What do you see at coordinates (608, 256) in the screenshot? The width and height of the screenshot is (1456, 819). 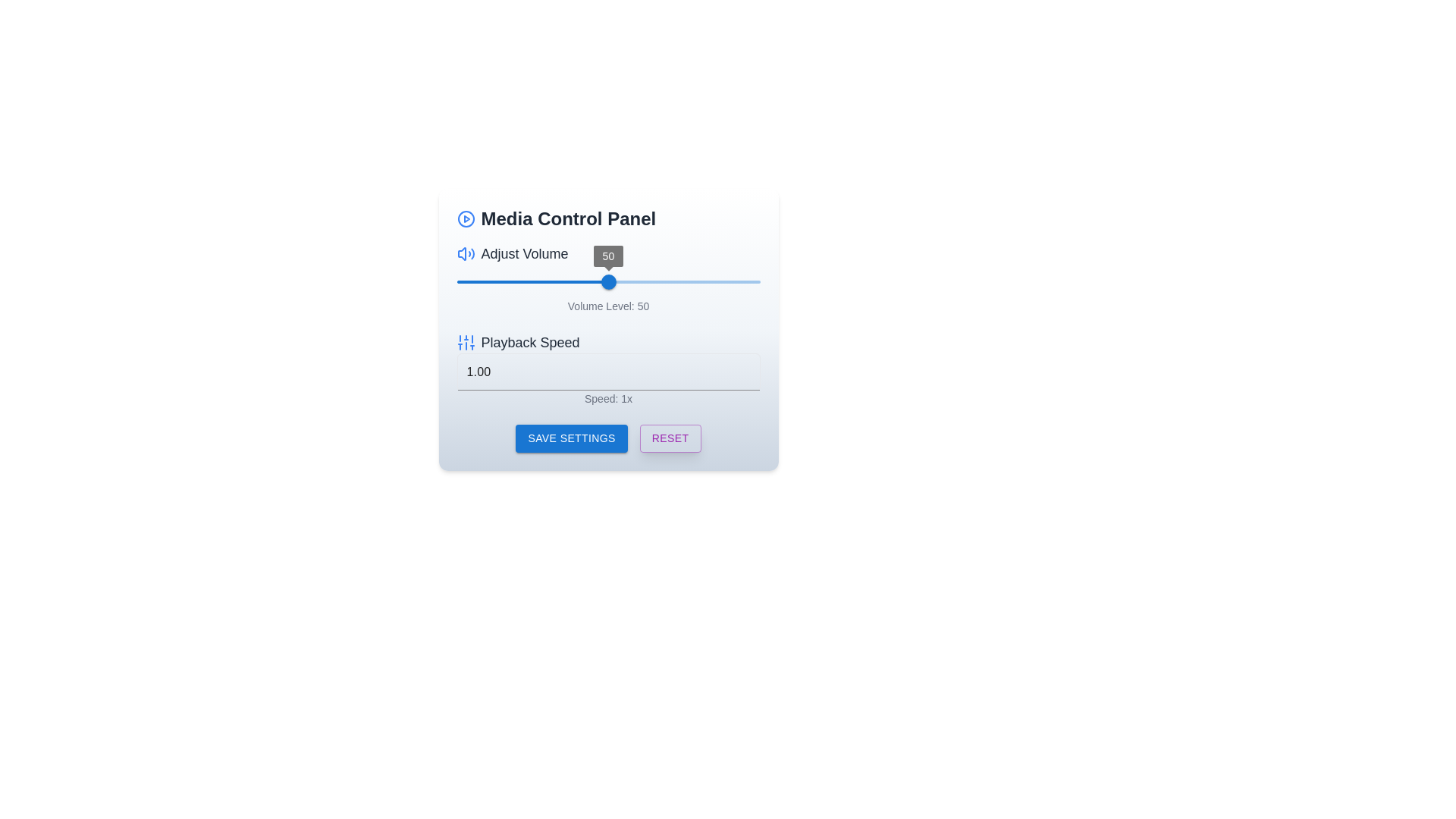 I see `the Value label displaying '50' for the Adjust Volume slider, which is located directly above the slider handle` at bounding box center [608, 256].